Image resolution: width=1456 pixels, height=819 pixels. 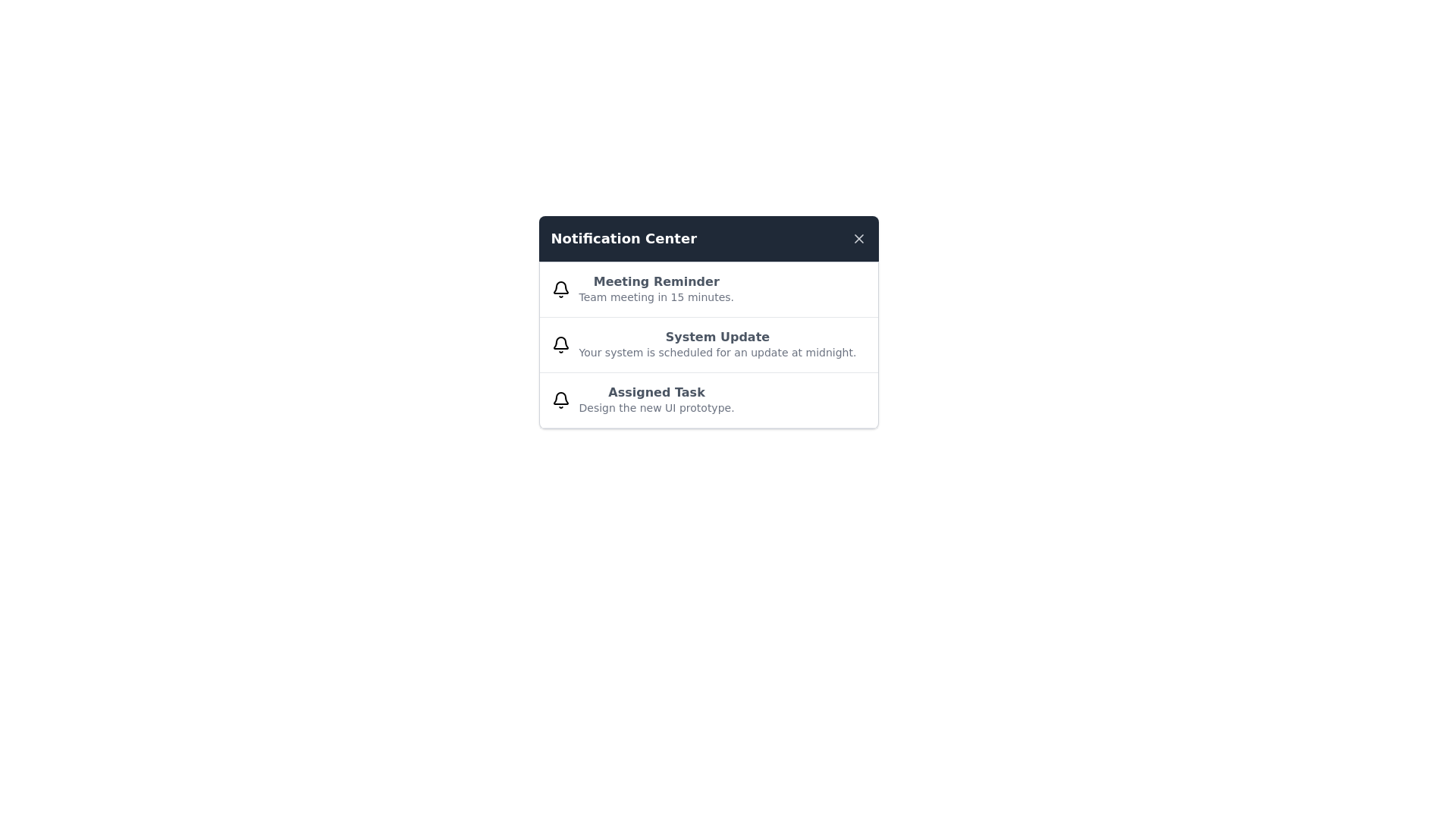 What do you see at coordinates (708, 400) in the screenshot?
I see `the third notification item in the 'Notification Center' panel` at bounding box center [708, 400].